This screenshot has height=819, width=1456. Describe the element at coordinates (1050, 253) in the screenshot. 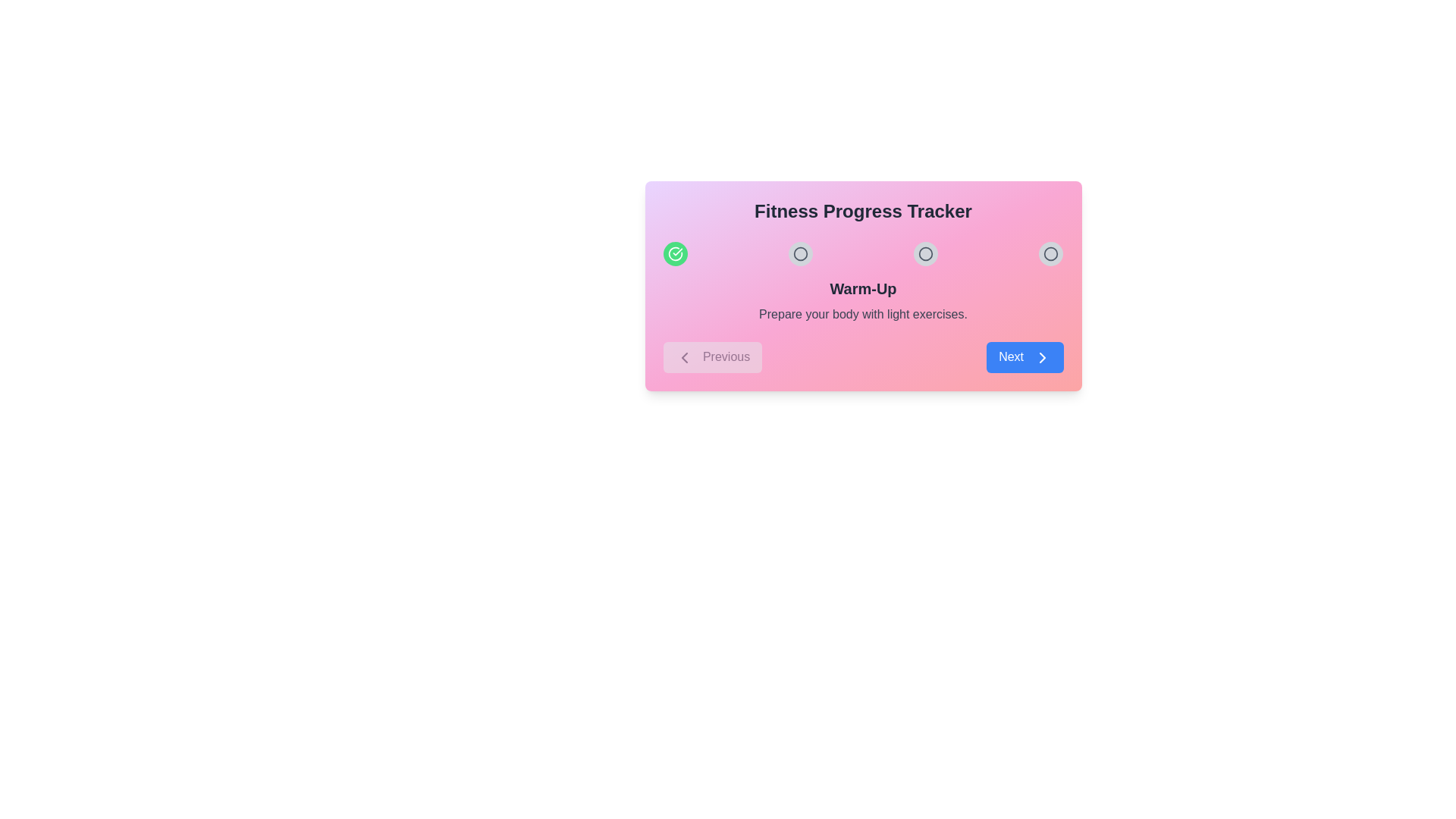

I see `the circular icon located at the top-right corner of the card interface, which has a stroke width of '2' and a neutral color` at that location.